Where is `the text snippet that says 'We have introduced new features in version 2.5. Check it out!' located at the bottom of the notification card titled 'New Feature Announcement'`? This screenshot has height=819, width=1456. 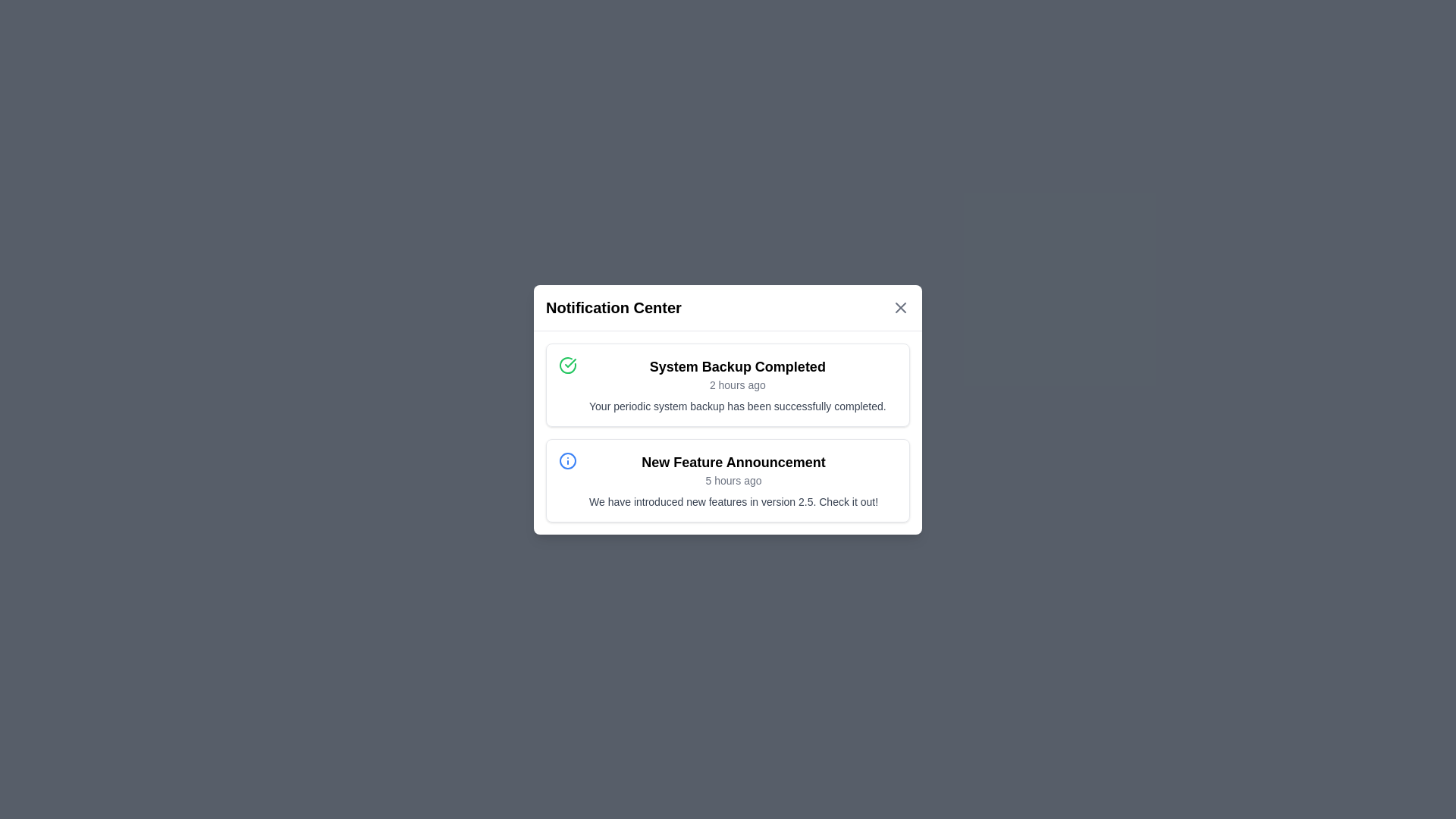 the text snippet that says 'We have introduced new features in version 2.5. Check it out!' located at the bottom of the notification card titled 'New Feature Announcement' is located at coordinates (733, 501).